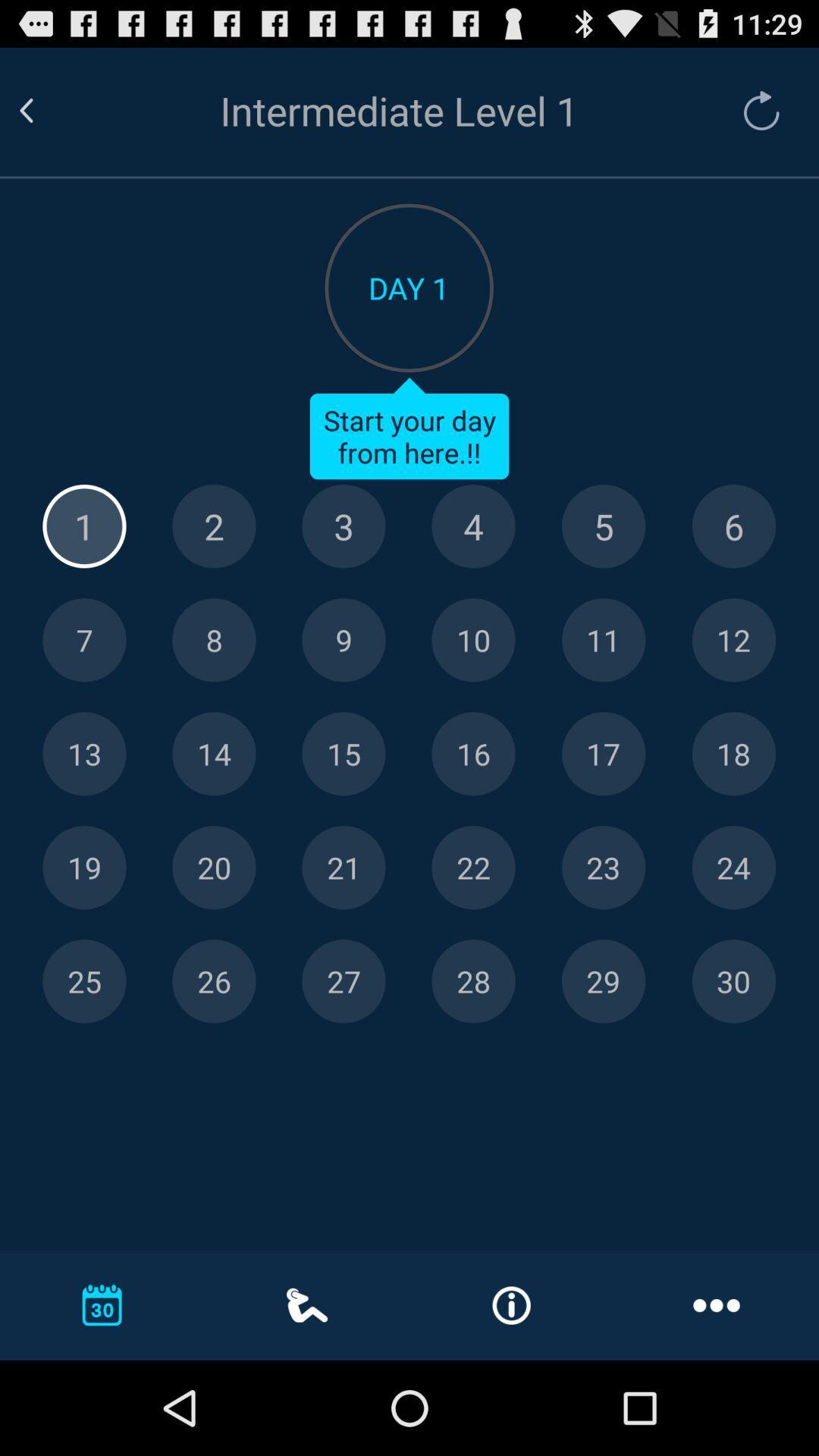 Image resolution: width=819 pixels, height=1456 pixels. What do you see at coordinates (84, 754) in the screenshot?
I see `day 13 option` at bounding box center [84, 754].